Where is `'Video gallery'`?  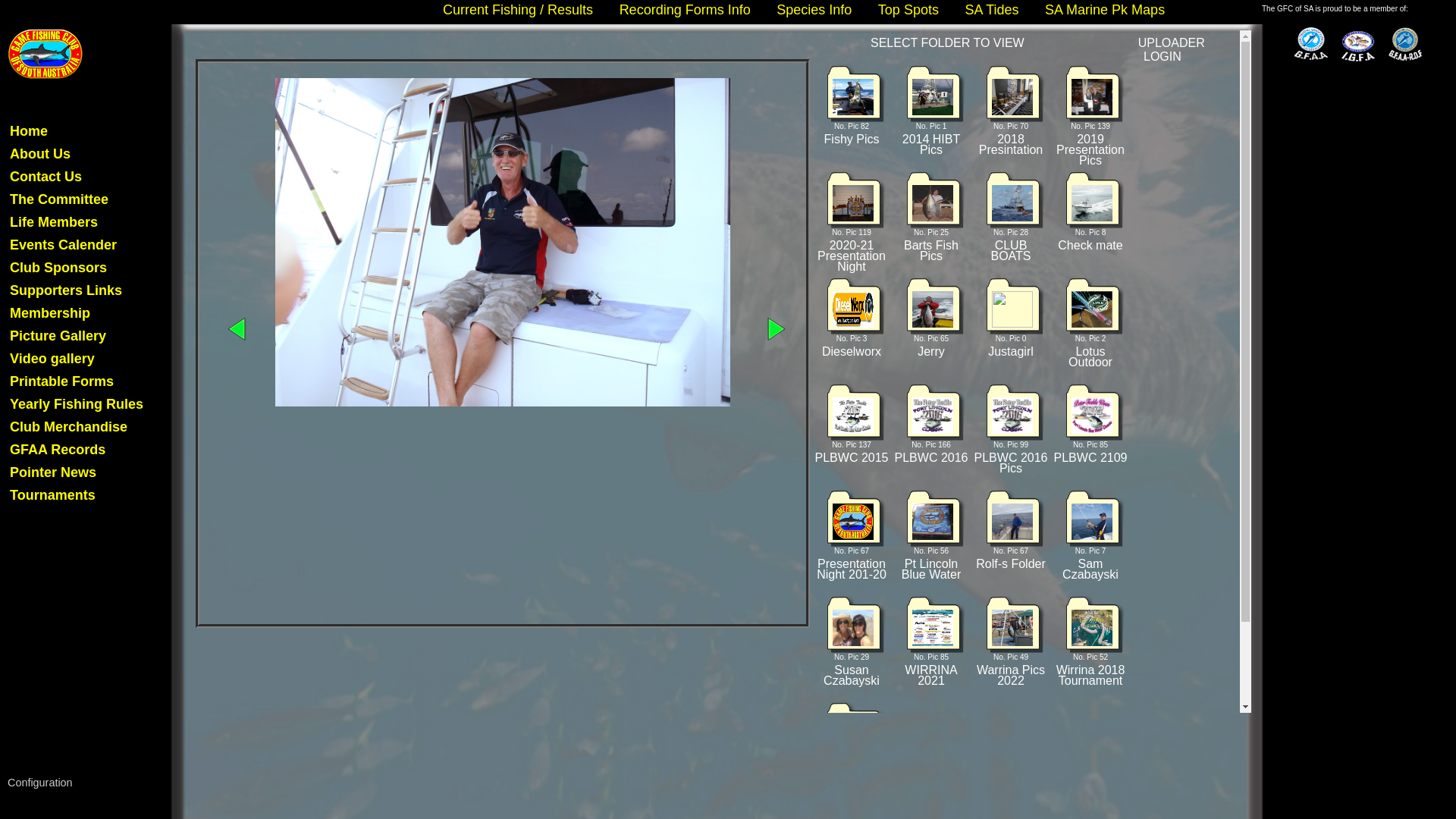 'Video gallery' is located at coordinates (52, 359).